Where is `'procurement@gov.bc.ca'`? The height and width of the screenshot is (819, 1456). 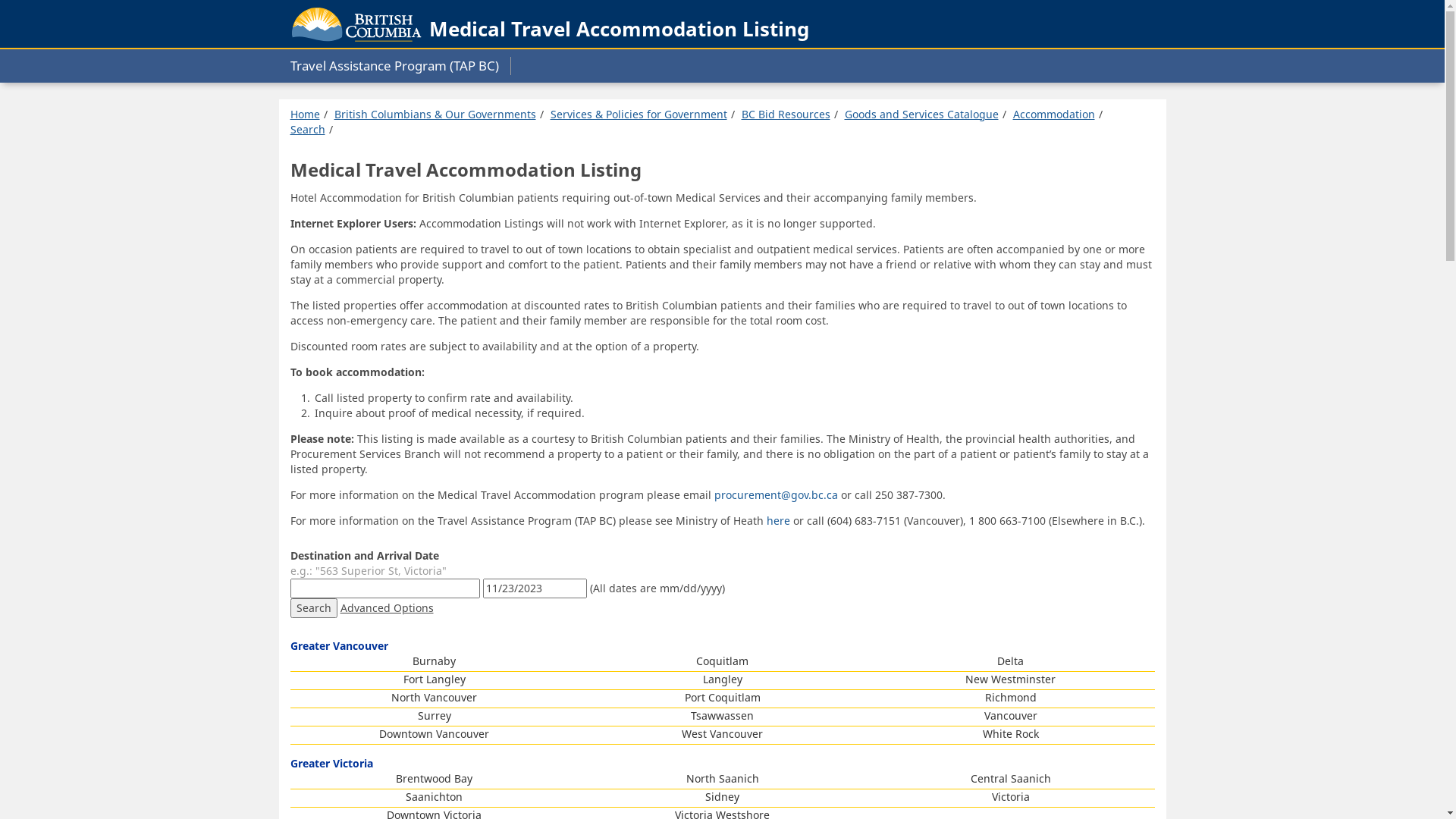
'procurement@gov.bc.ca' is located at coordinates (776, 494).